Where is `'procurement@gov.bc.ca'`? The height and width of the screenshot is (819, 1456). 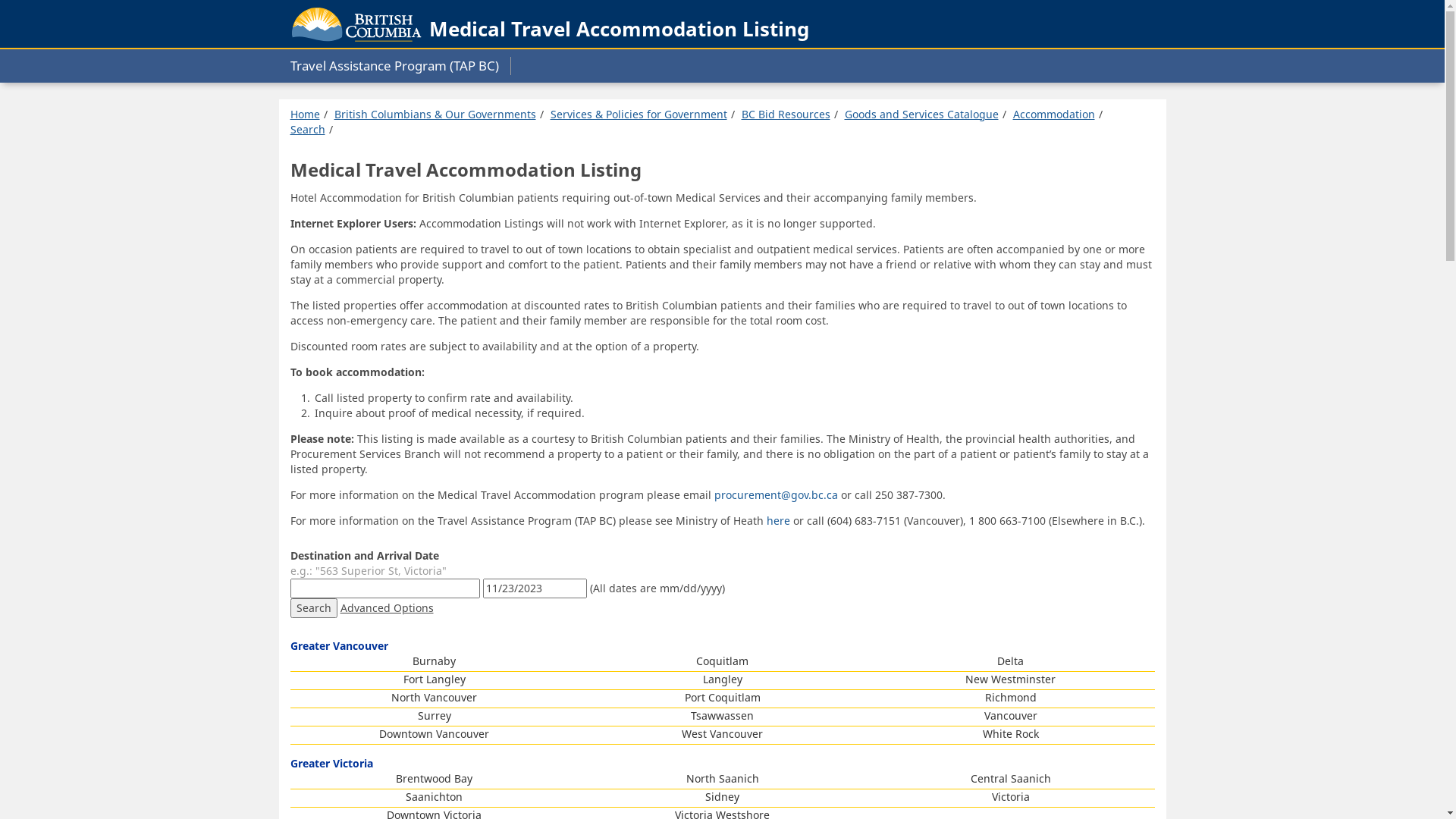
'procurement@gov.bc.ca' is located at coordinates (776, 494).